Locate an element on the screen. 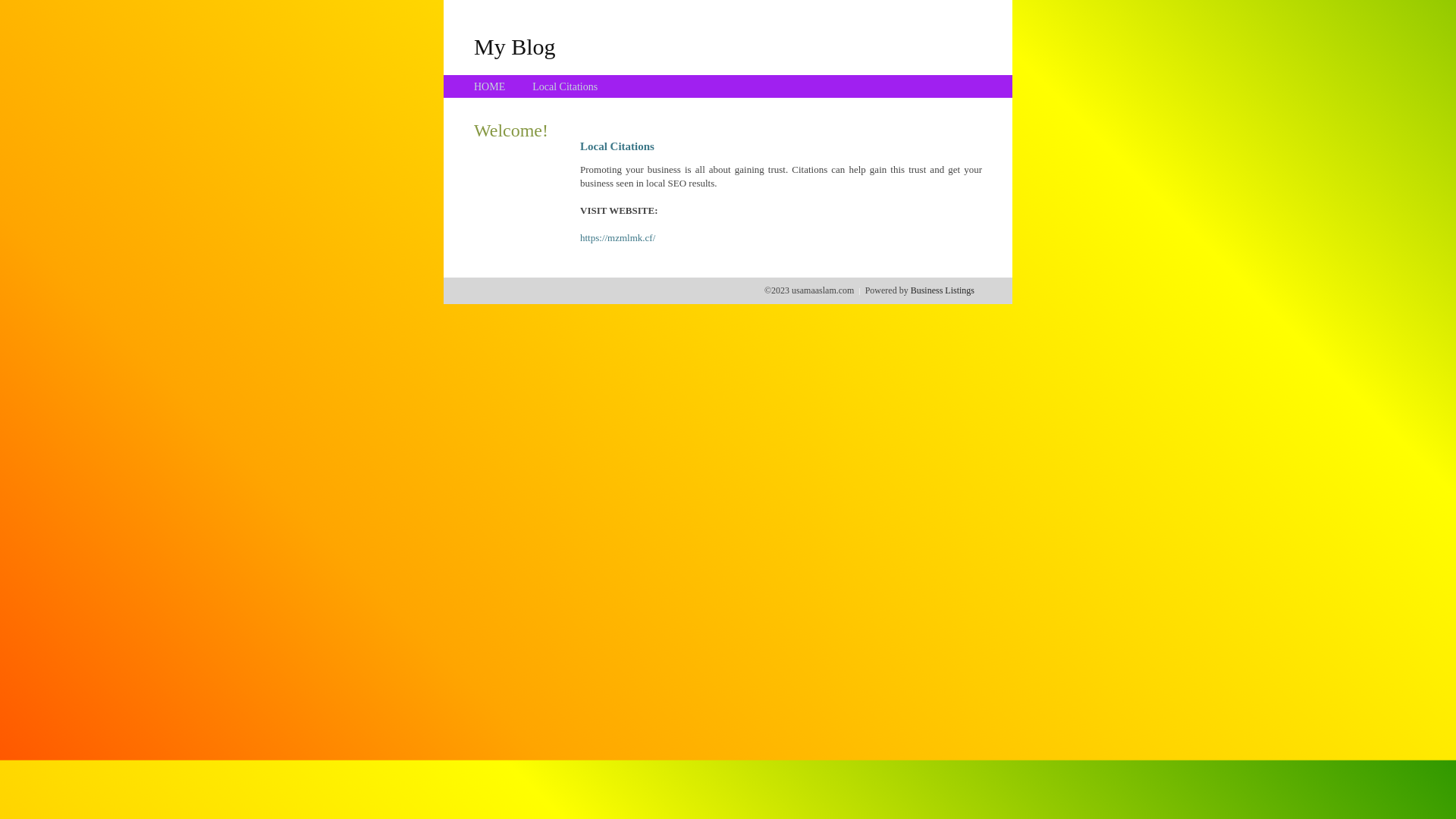 This screenshot has width=1456, height=819. 'Business Listings' is located at coordinates (942, 290).